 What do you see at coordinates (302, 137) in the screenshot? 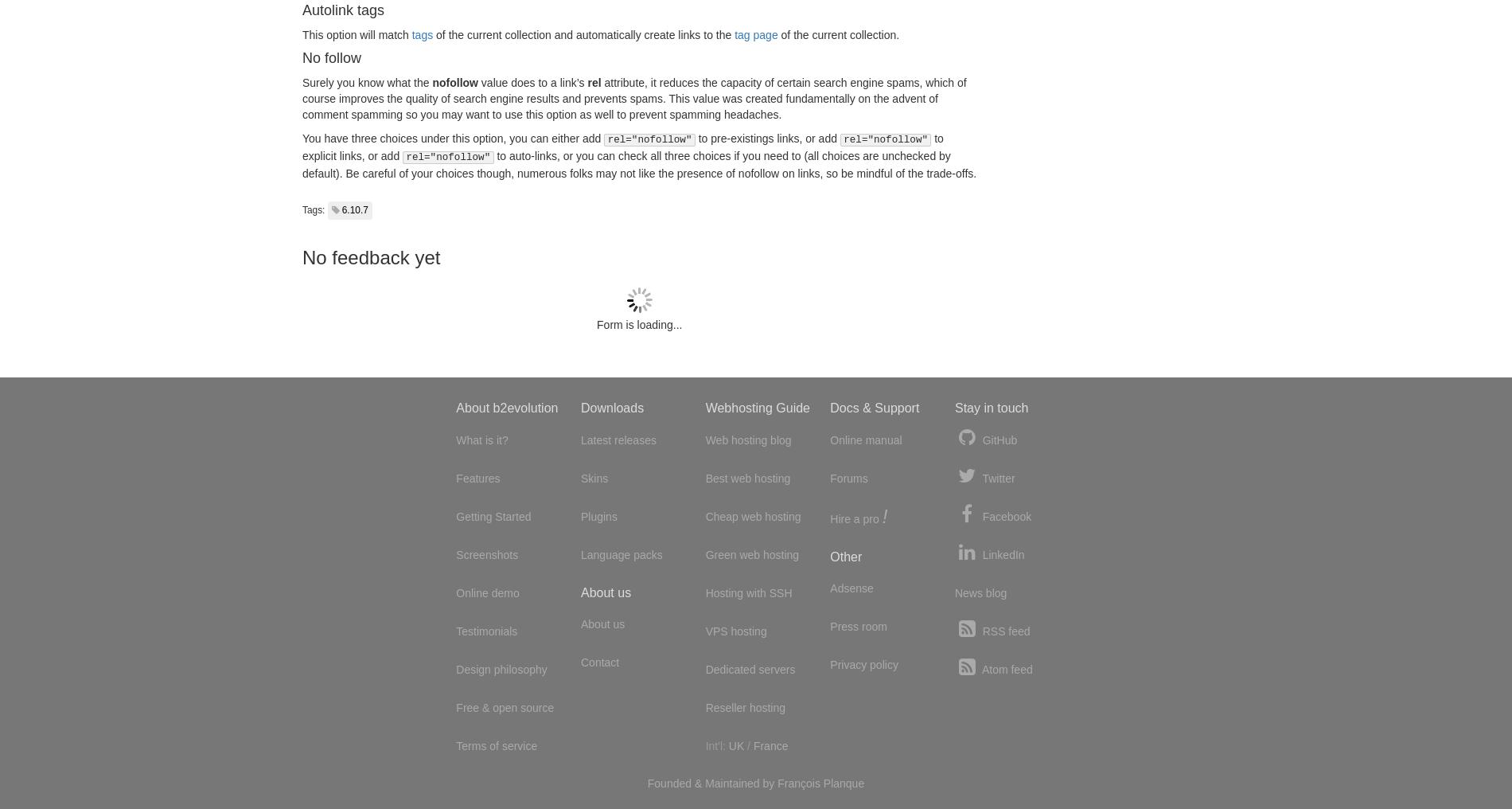
I see `'You have three choices under this option, you can either add'` at bounding box center [302, 137].